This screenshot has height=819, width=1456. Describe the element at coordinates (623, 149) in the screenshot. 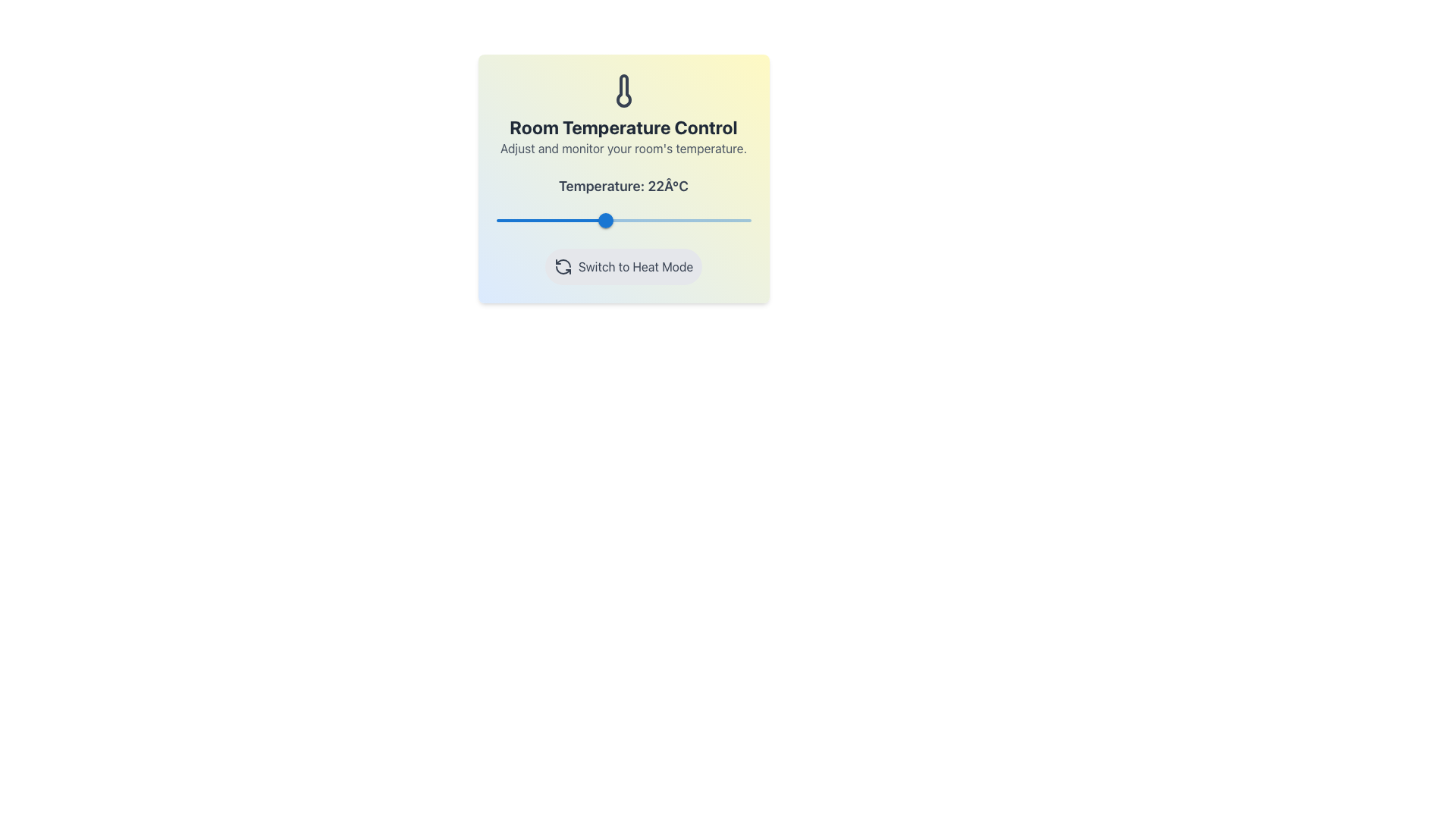

I see `the text that states 'Adjust and monitor your room's temperature.' which is located directly below the 'Room Temperature Control' title` at that location.